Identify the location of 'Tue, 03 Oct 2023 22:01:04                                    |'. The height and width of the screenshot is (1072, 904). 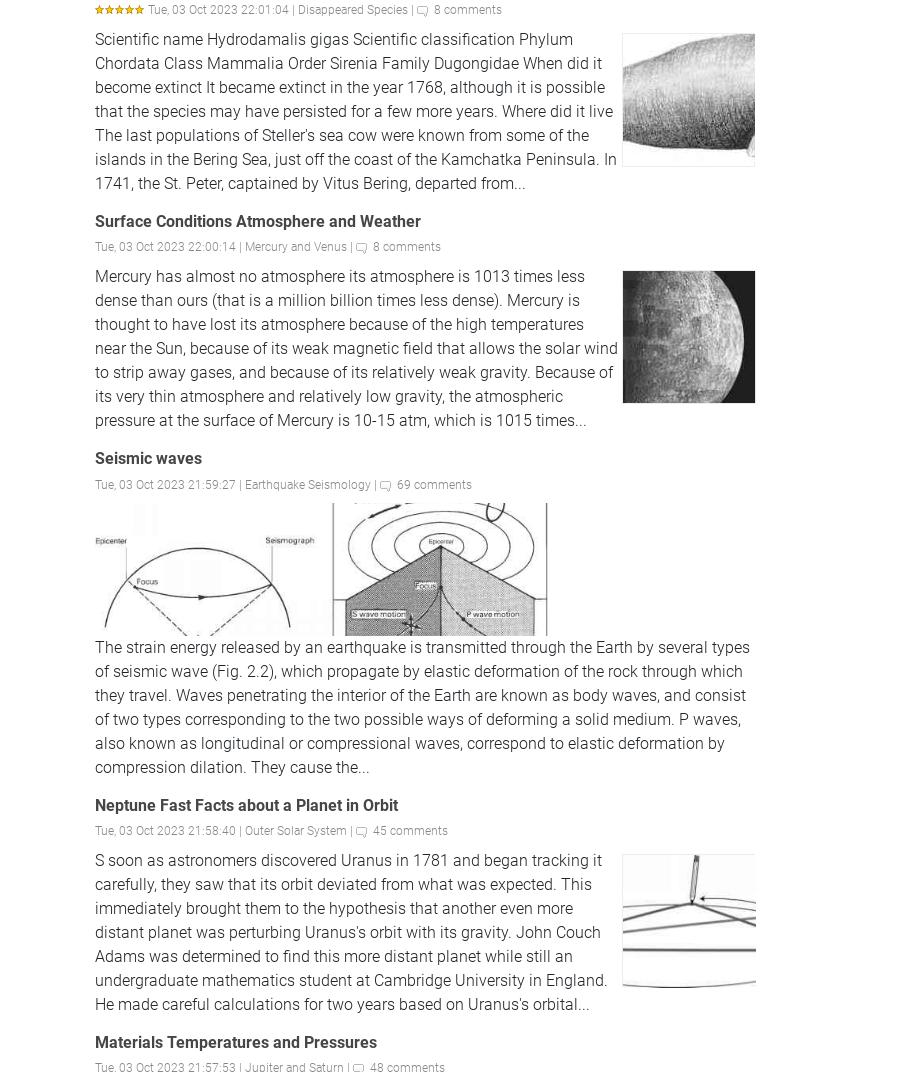
(223, 8).